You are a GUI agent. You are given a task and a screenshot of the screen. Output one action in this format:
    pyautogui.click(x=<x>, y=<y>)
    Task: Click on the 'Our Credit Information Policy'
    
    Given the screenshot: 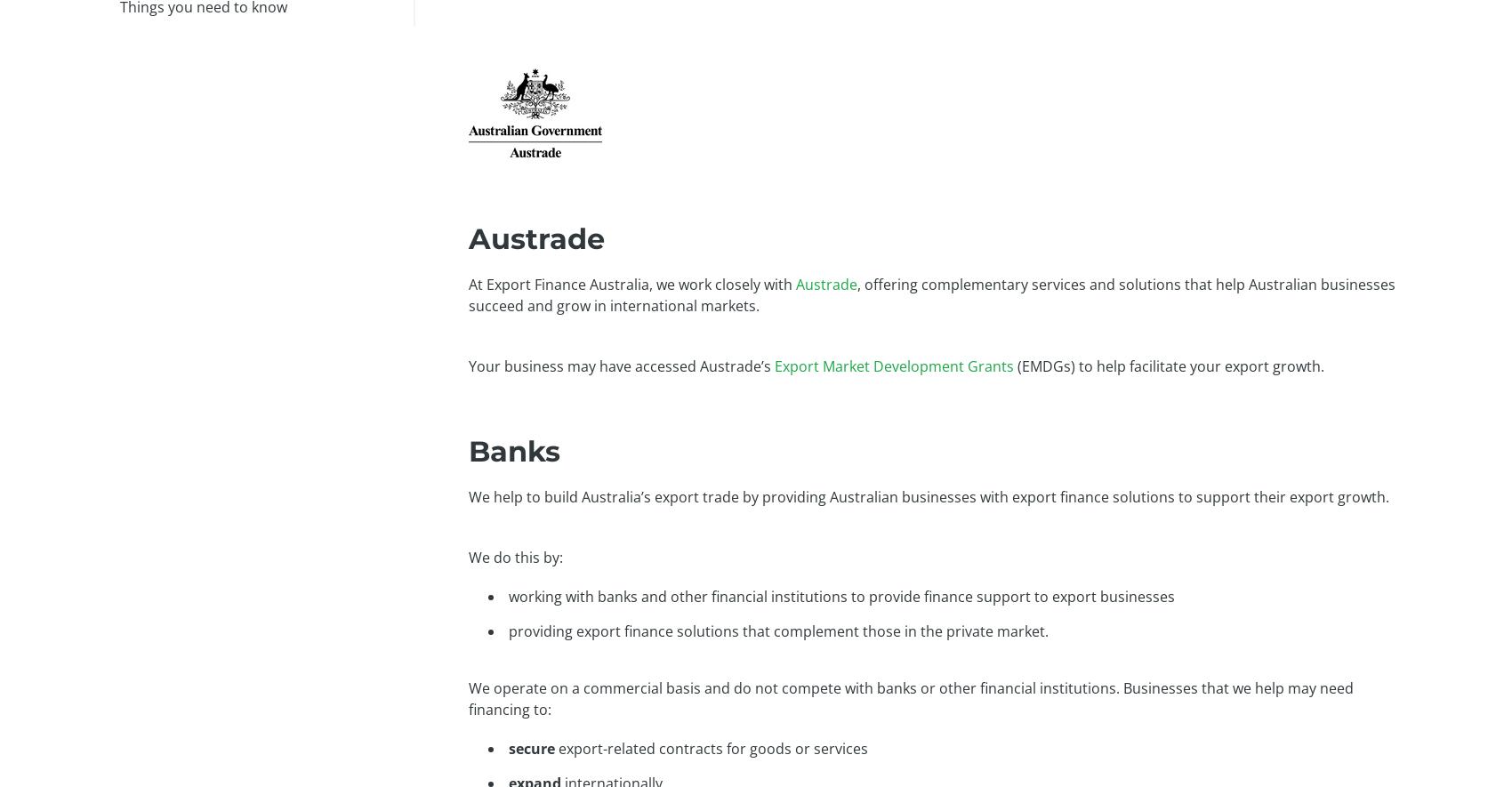 What is the action you would take?
    pyautogui.click(x=1264, y=325)
    